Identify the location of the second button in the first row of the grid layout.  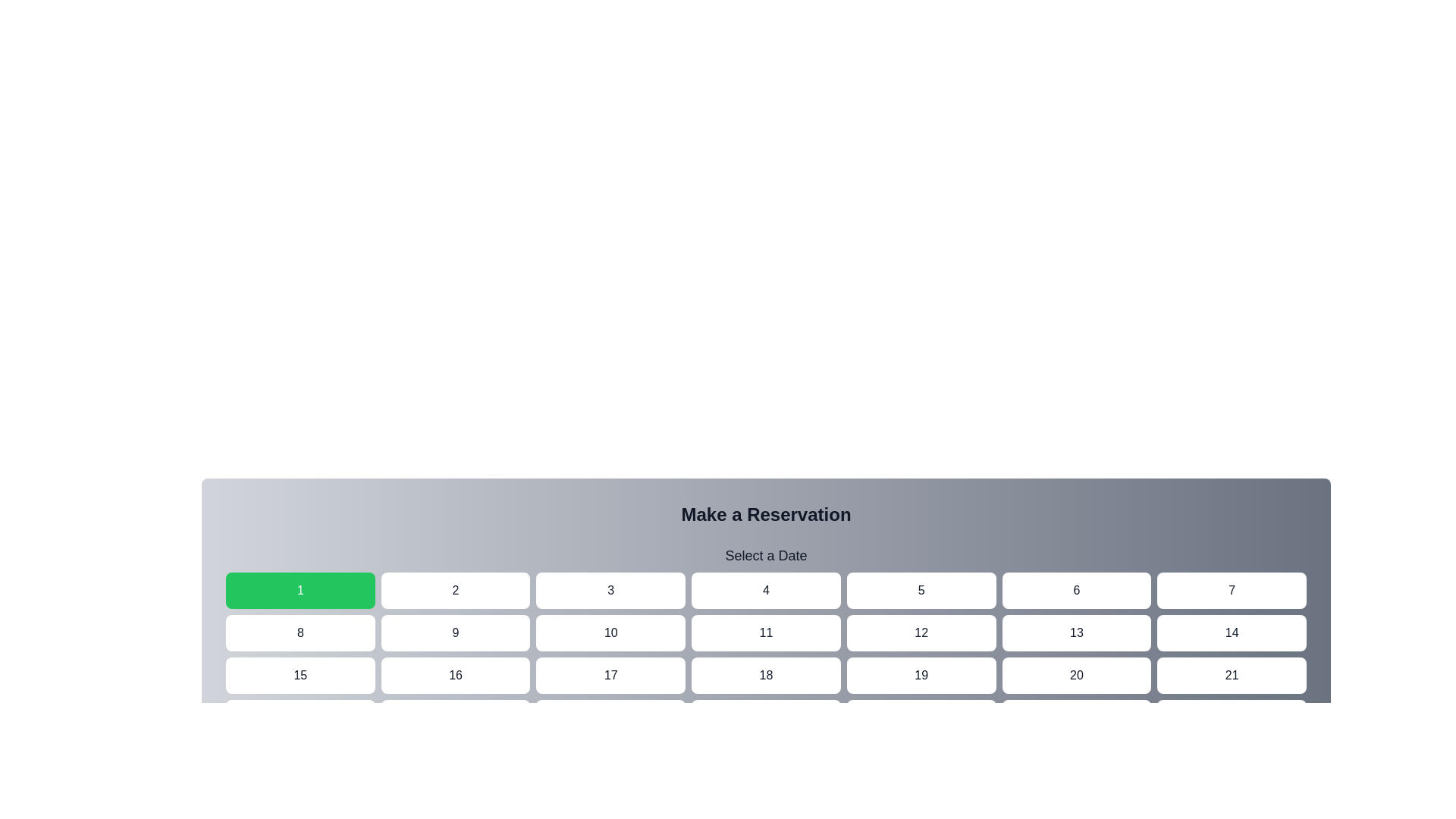
(455, 590).